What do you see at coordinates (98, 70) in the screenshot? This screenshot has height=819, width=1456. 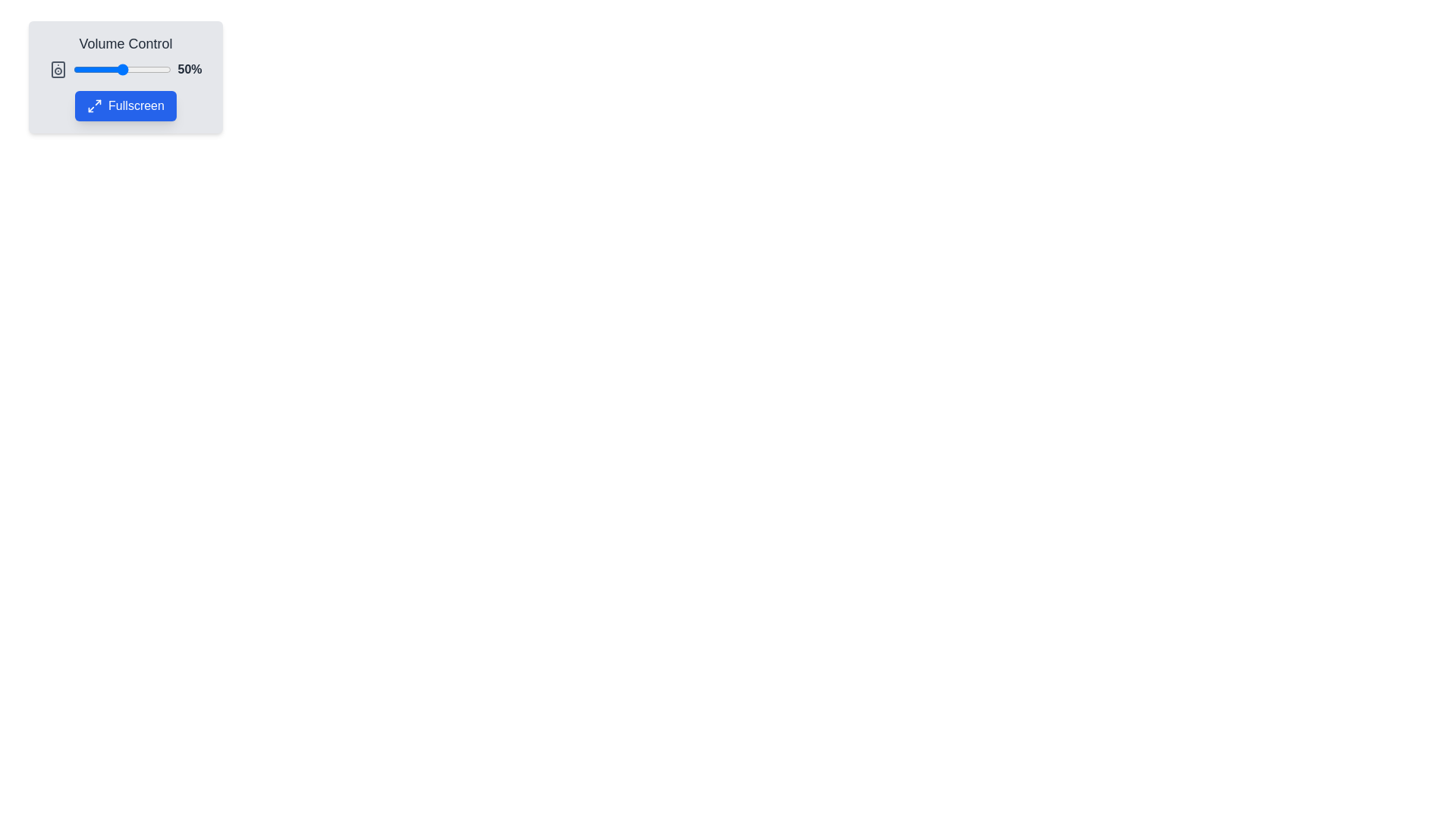 I see `the volume to 26% by dragging the slider` at bounding box center [98, 70].